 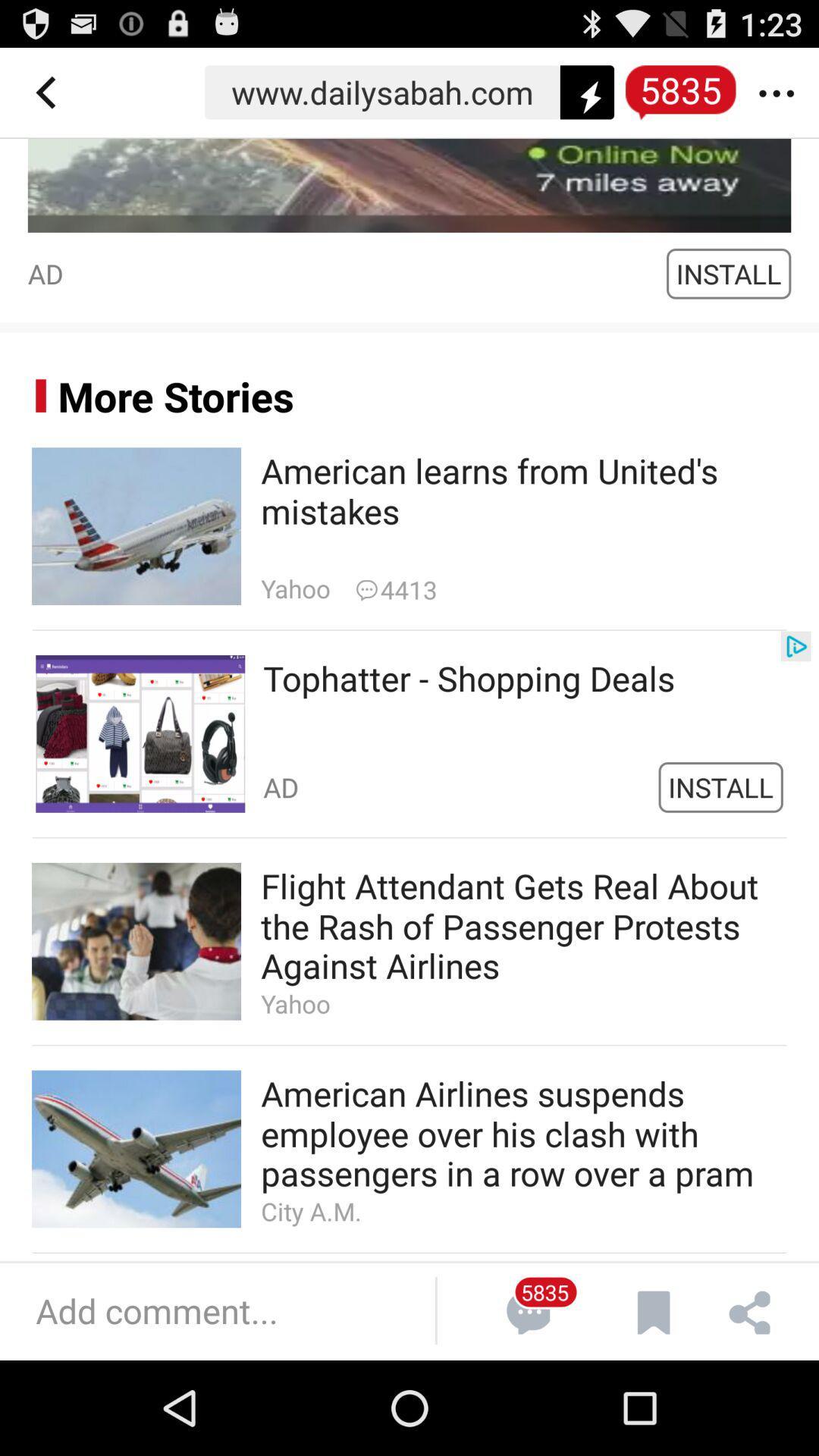 What do you see at coordinates (136, 1149) in the screenshot?
I see `fourth image below more stories text` at bounding box center [136, 1149].